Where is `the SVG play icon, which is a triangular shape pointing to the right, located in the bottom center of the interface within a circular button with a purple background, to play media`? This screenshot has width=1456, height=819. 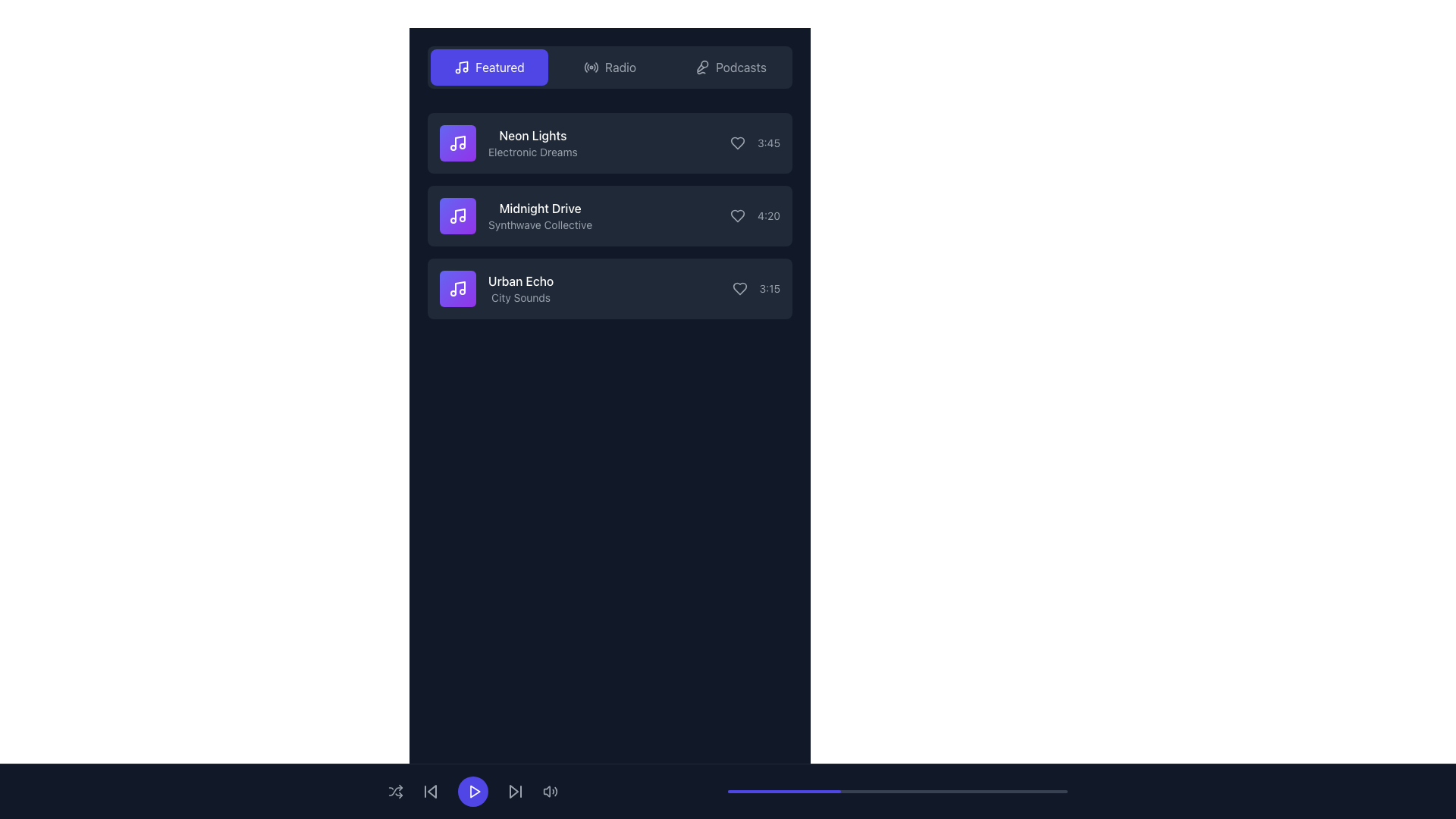
the SVG play icon, which is a triangular shape pointing to the right, located in the bottom center of the interface within a circular button with a purple background, to play media is located at coordinates (473, 791).